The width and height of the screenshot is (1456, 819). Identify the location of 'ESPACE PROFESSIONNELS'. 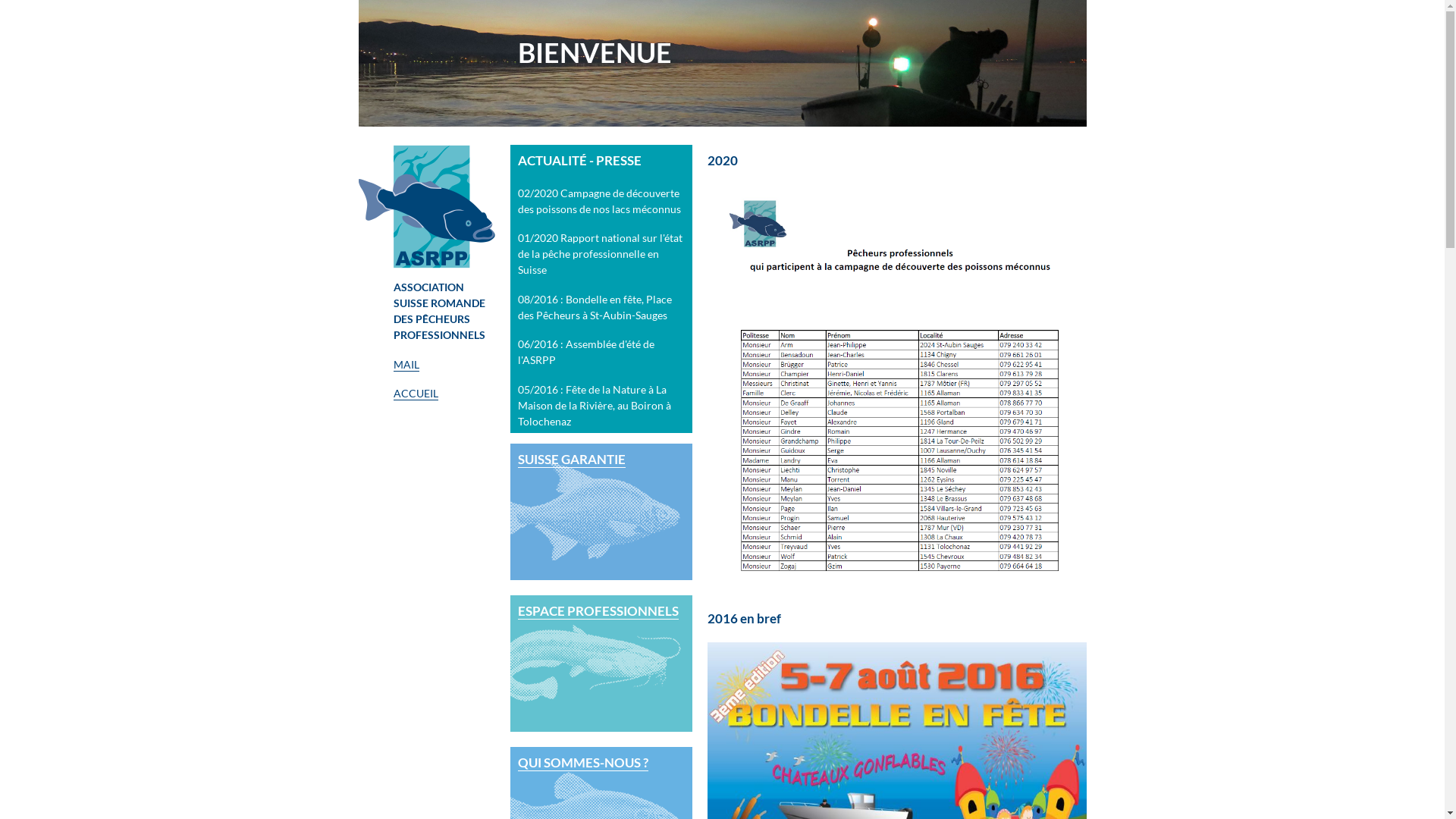
(600, 663).